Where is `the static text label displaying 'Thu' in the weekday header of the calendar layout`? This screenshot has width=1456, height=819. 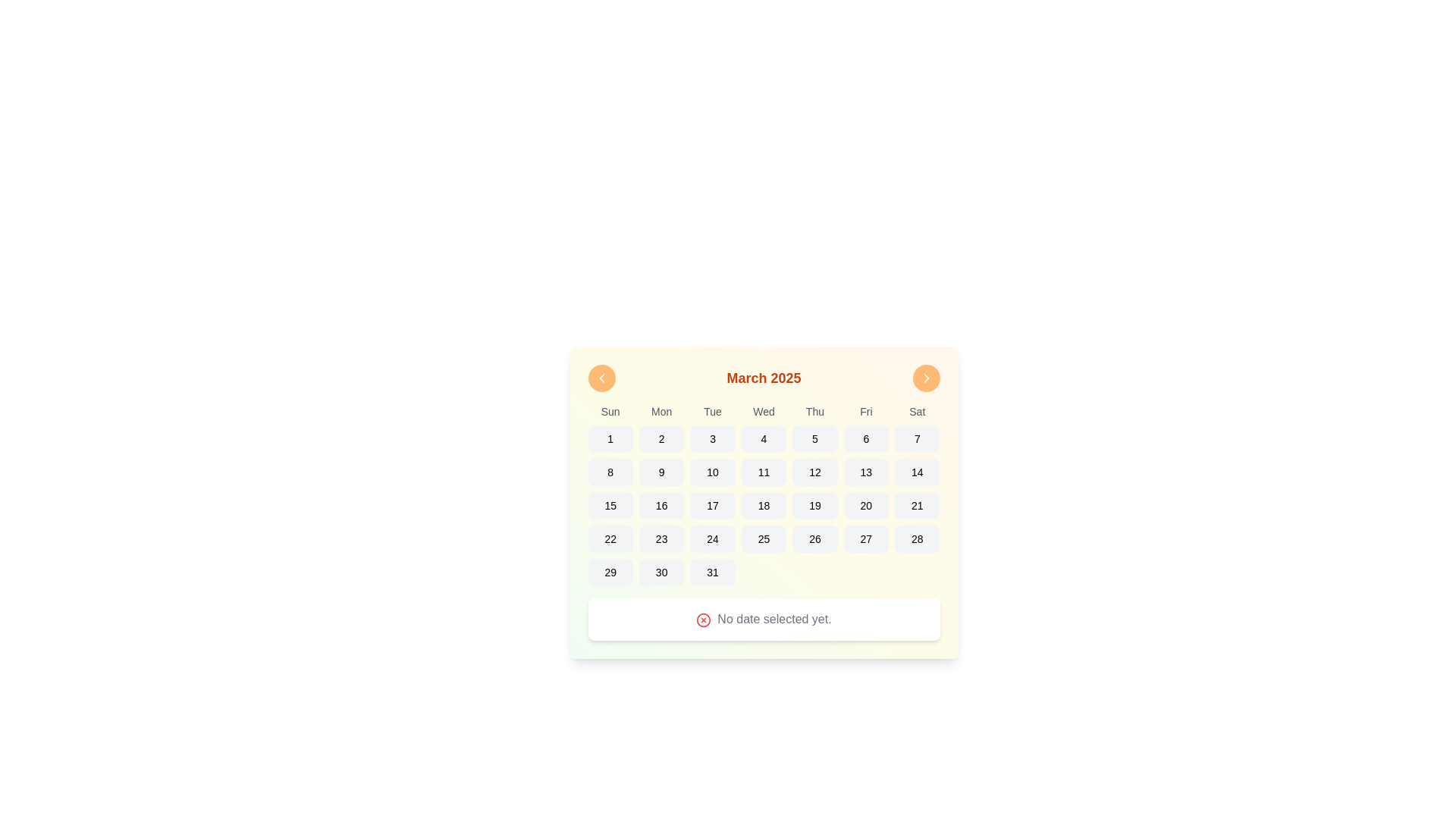
the static text label displaying 'Thu' in the weekday header of the calendar layout is located at coordinates (814, 412).